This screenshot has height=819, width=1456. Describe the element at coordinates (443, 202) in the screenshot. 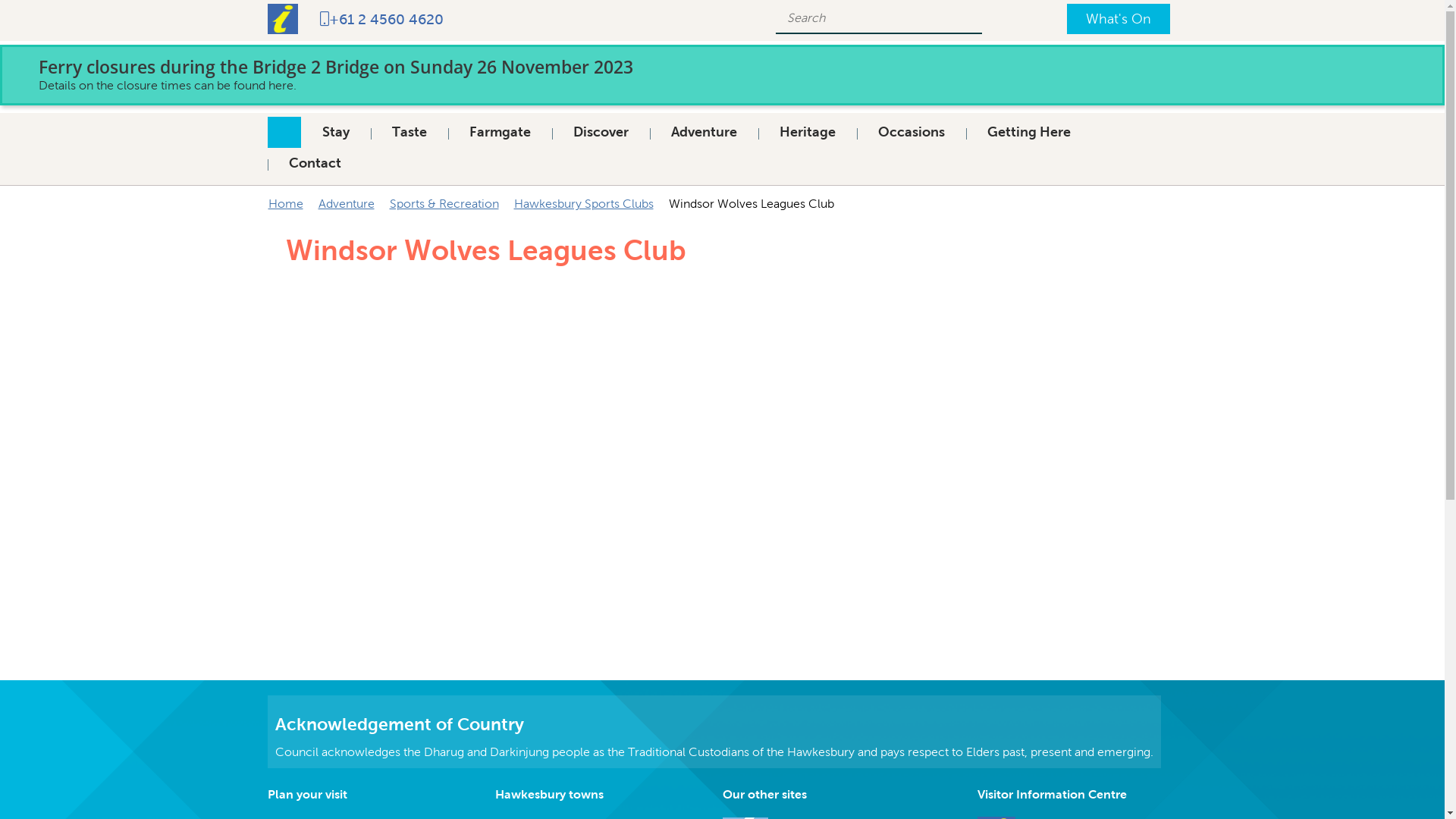

I see `'Sports & Recreation'` at that location.